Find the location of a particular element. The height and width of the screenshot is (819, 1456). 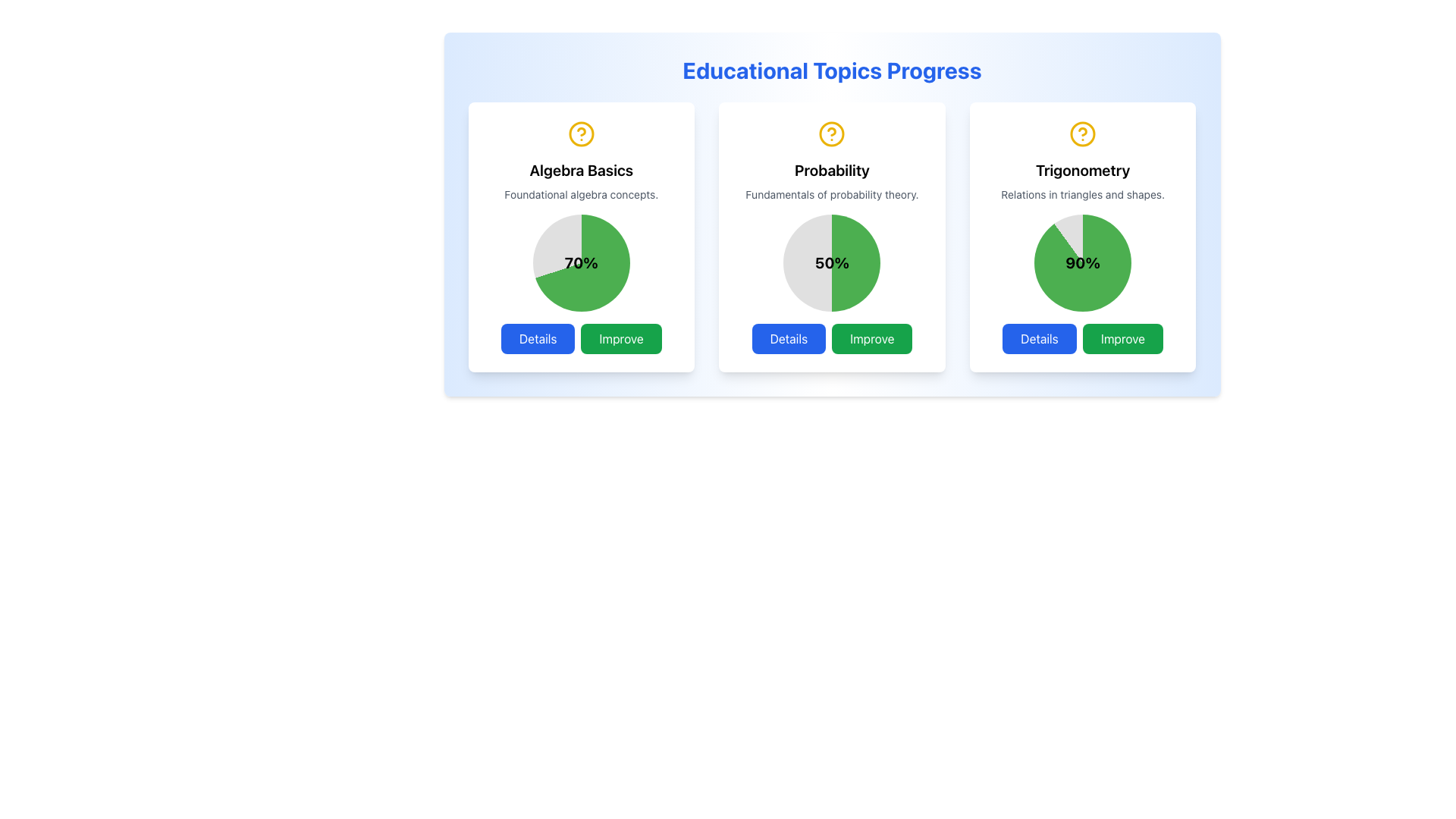

the Circular Progress Indicator displaying '70%' completion within the 'Algebra Basics' card is located at coordinates (580, 262).